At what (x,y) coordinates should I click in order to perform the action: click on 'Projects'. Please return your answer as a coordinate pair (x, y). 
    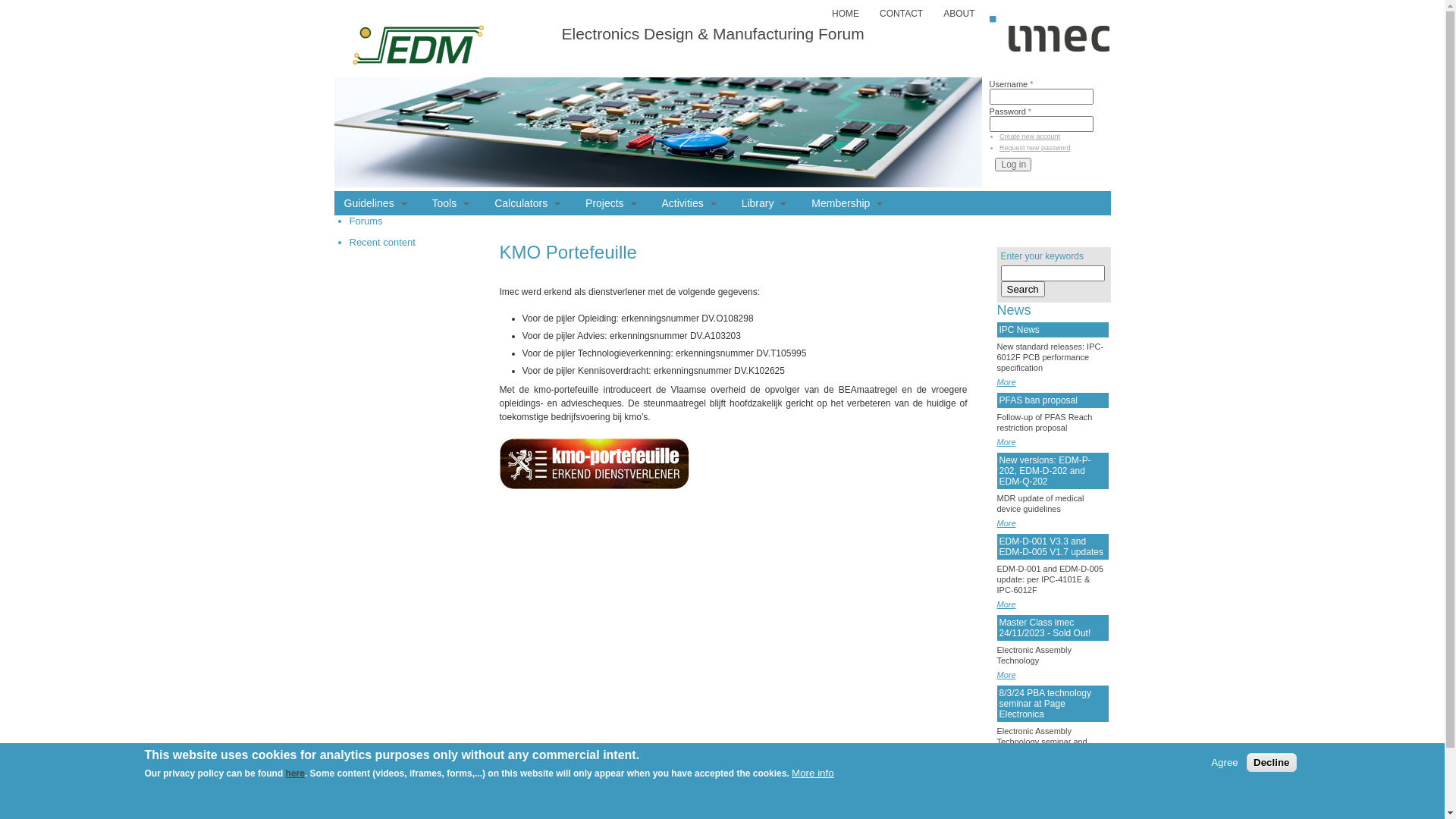
    Looking at the image, I should click on (610, 202).